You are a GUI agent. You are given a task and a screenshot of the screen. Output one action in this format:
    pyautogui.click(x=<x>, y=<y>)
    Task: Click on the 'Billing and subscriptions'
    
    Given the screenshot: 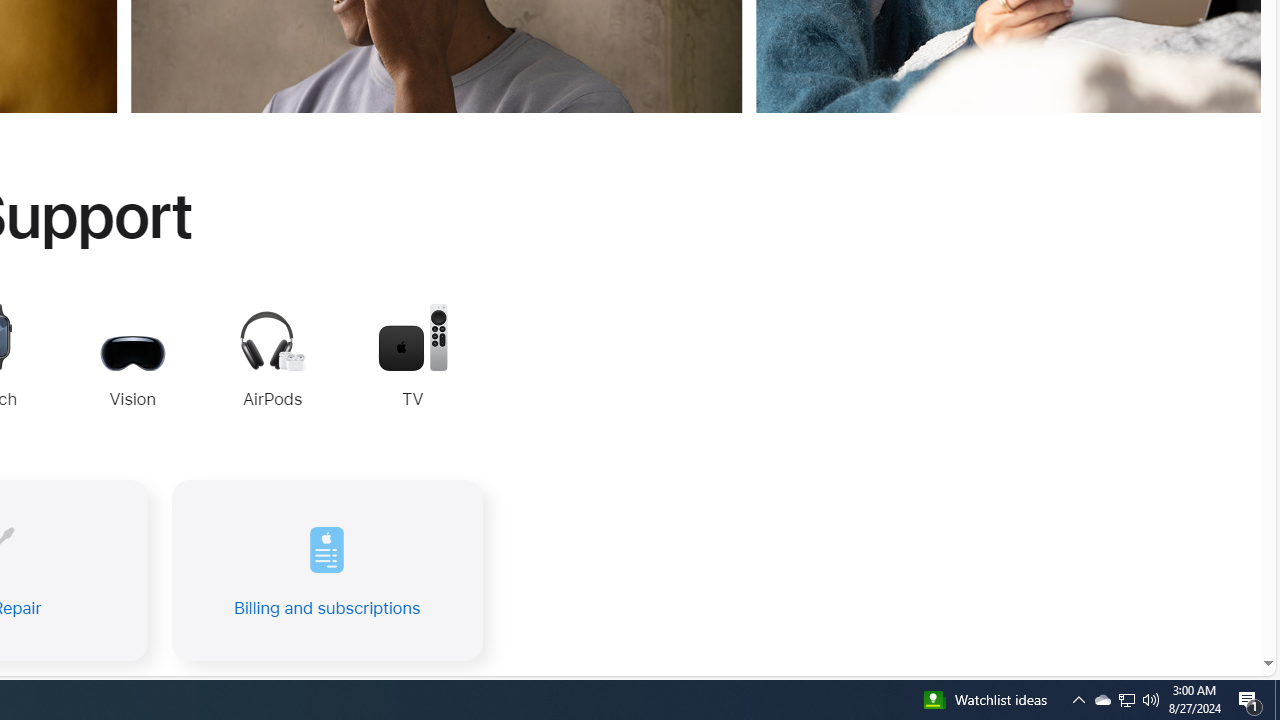 What is the action you would take?
    pyautogui.click(x=327, y=570)
    